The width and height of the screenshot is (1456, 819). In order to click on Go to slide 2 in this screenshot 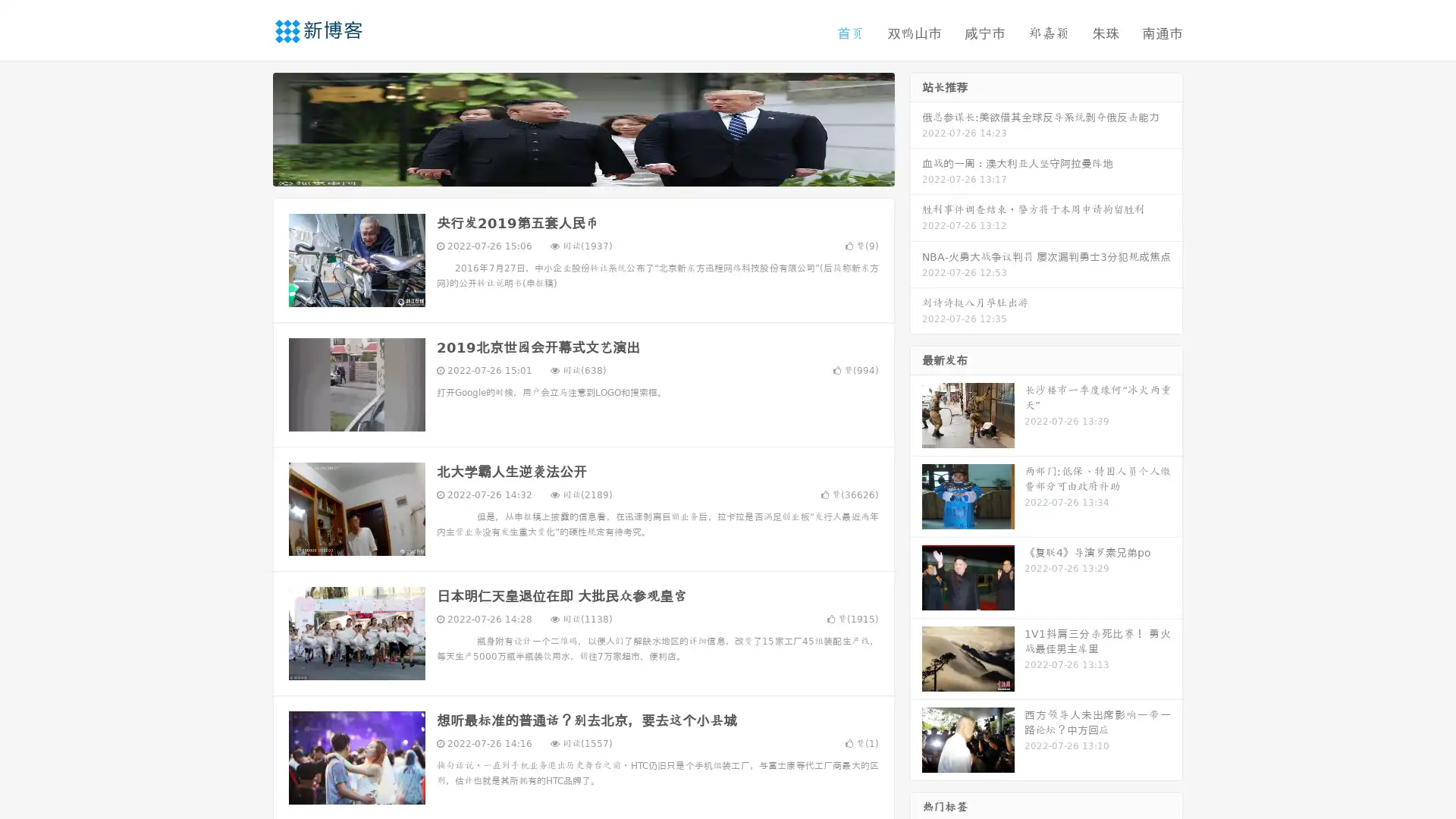, I will do `click(582, 171)`.